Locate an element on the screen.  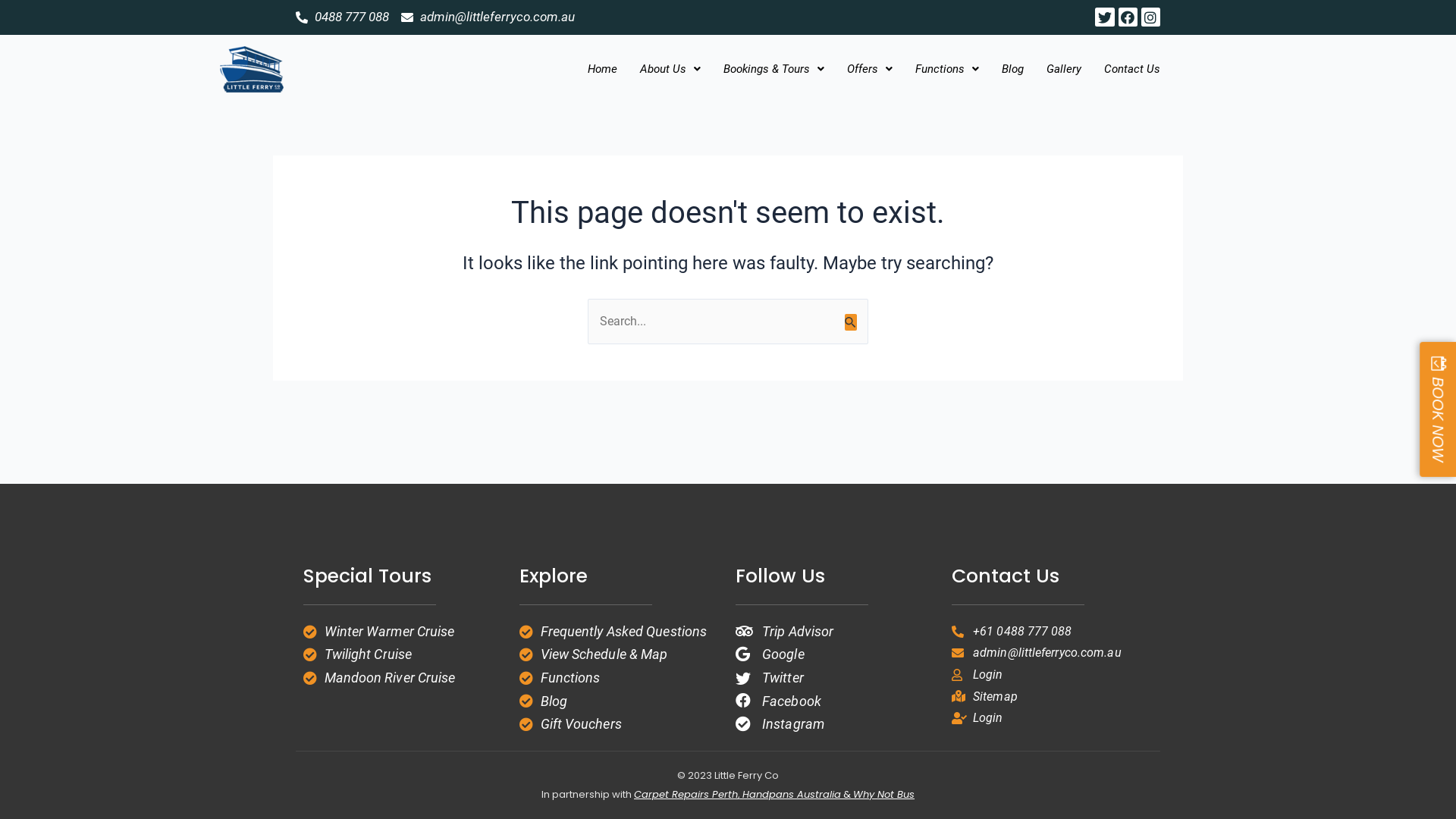
'Gallery' is located at coordinates (1062, 69).